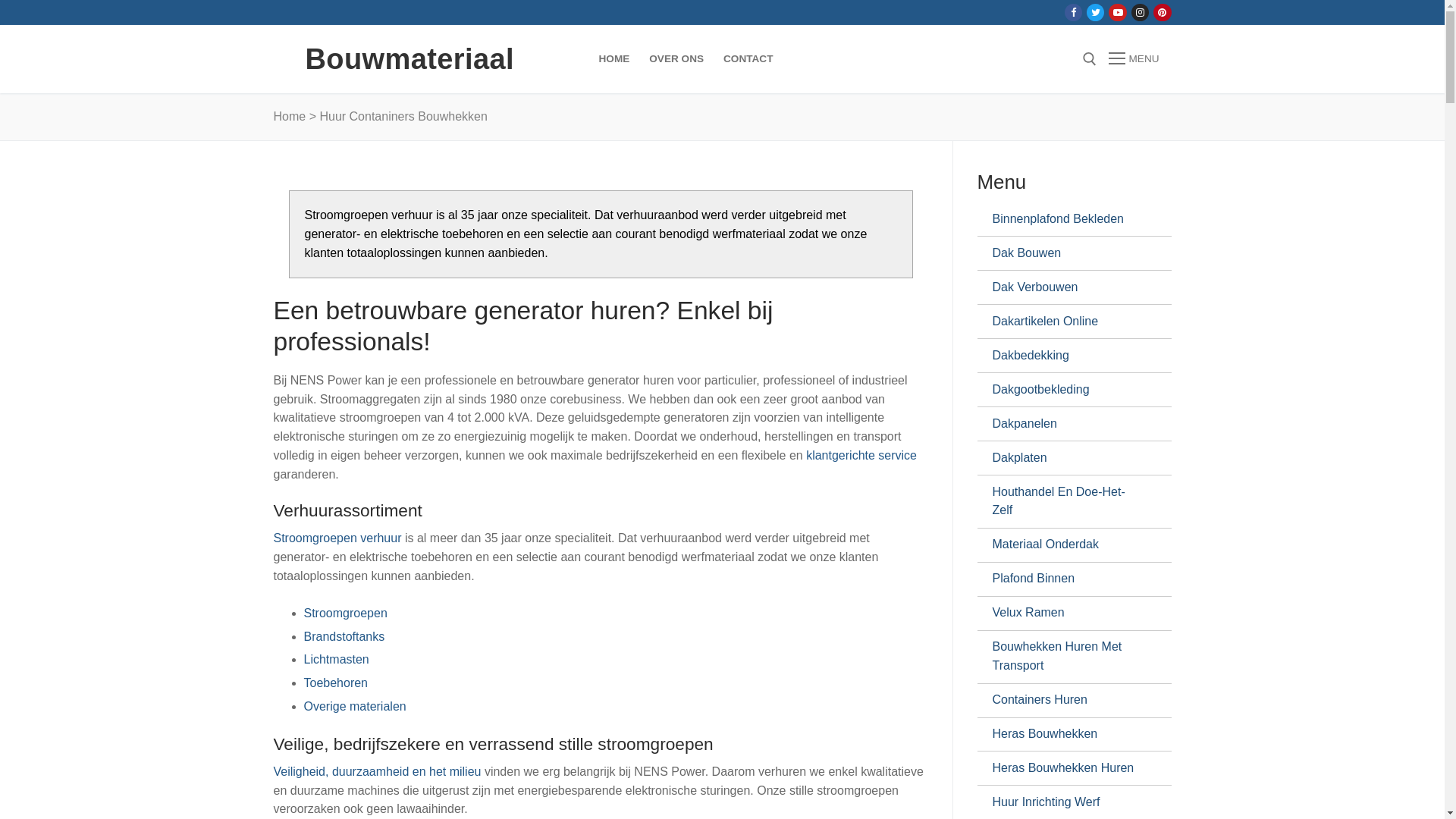 This screenshot has height=819, width=1456. I want to click on 'Houthandel En Doe-Het-Zelf', so click(1066, 501).